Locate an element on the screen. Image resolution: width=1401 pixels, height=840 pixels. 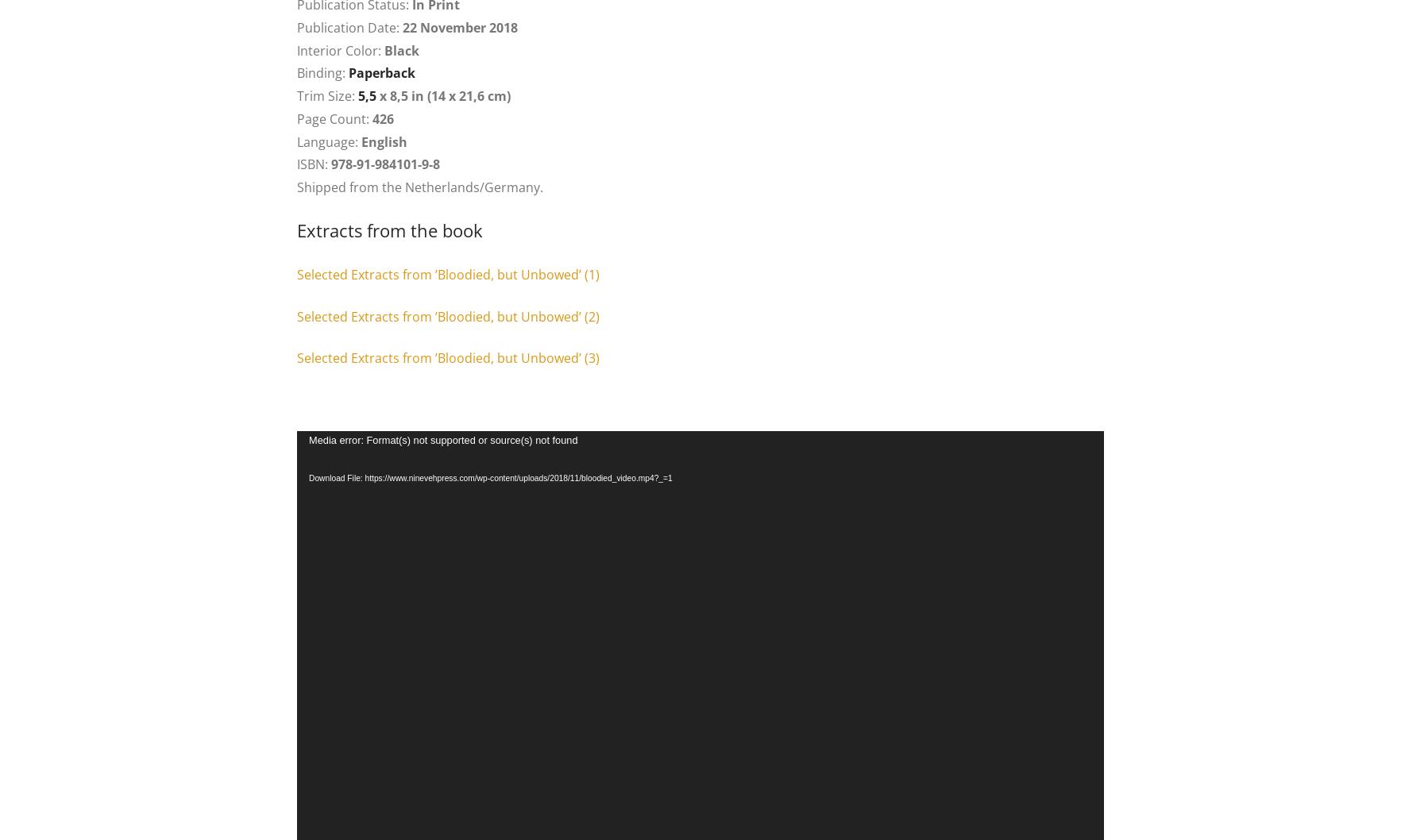
'Shipped from the Netherlands/Germany.' is located at coordinates (420, 187).